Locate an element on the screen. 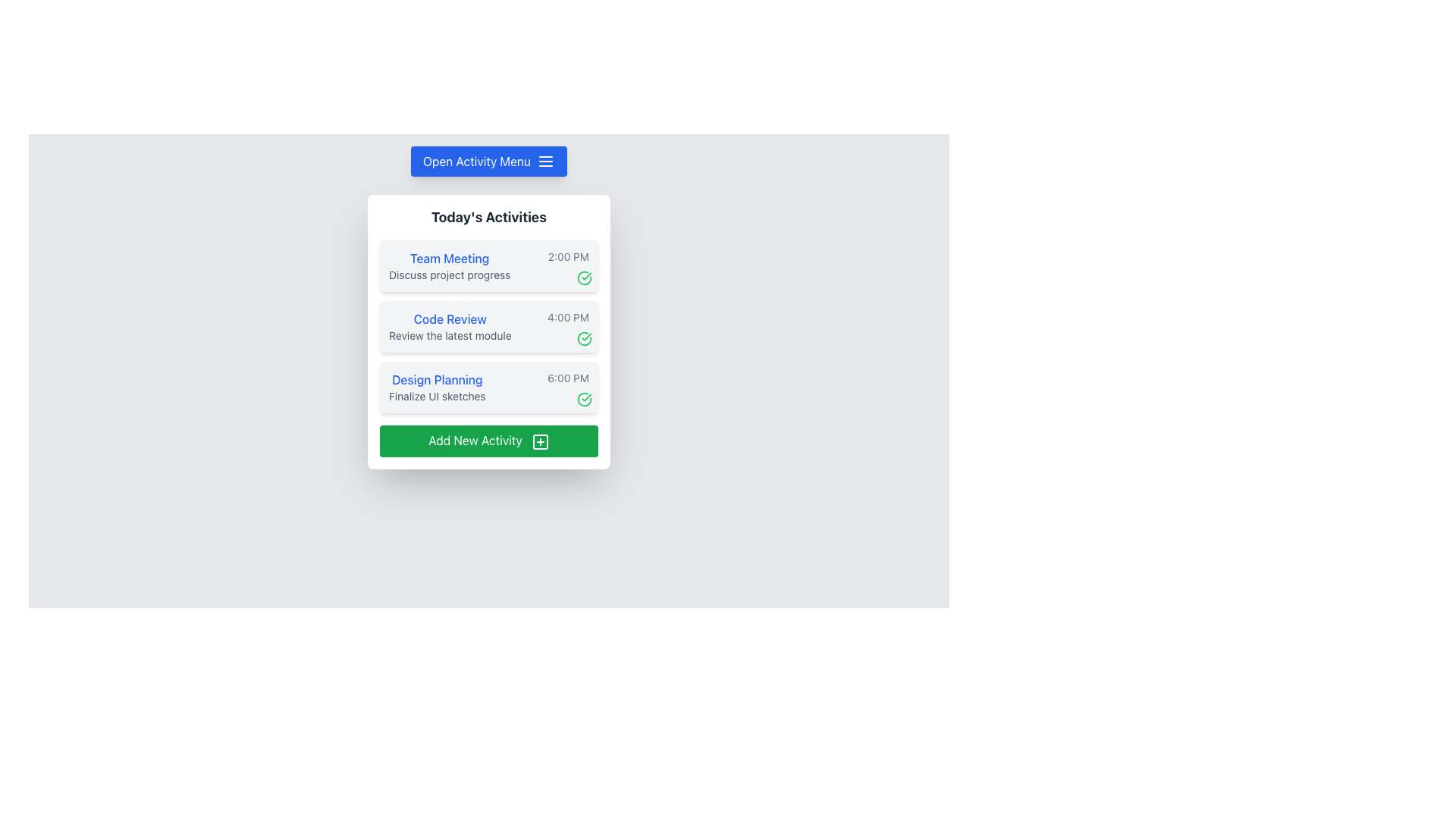  the green rounded rectangle icon within the 'Add New Activity' button at the bottom of the interface is located at coordinates (540, 441).